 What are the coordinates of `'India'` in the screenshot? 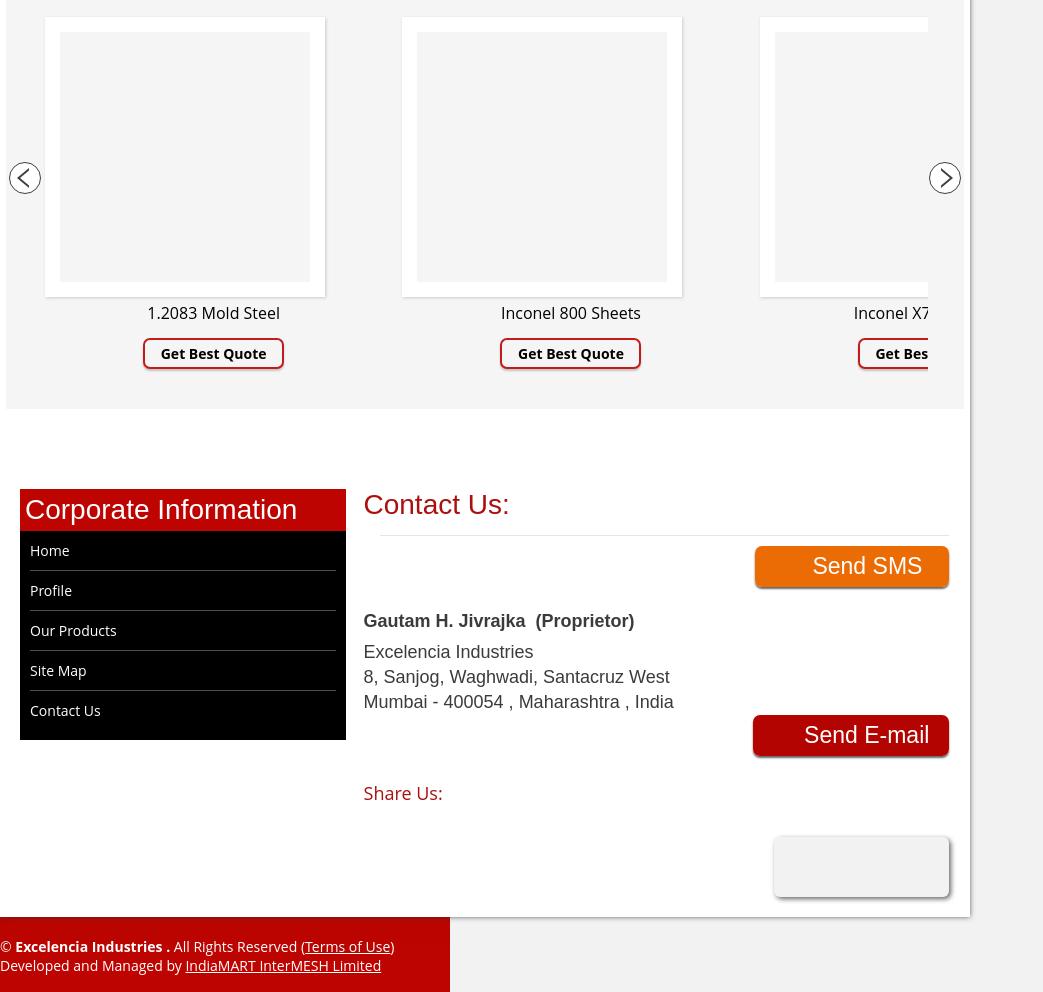 It's located at (652, 701).